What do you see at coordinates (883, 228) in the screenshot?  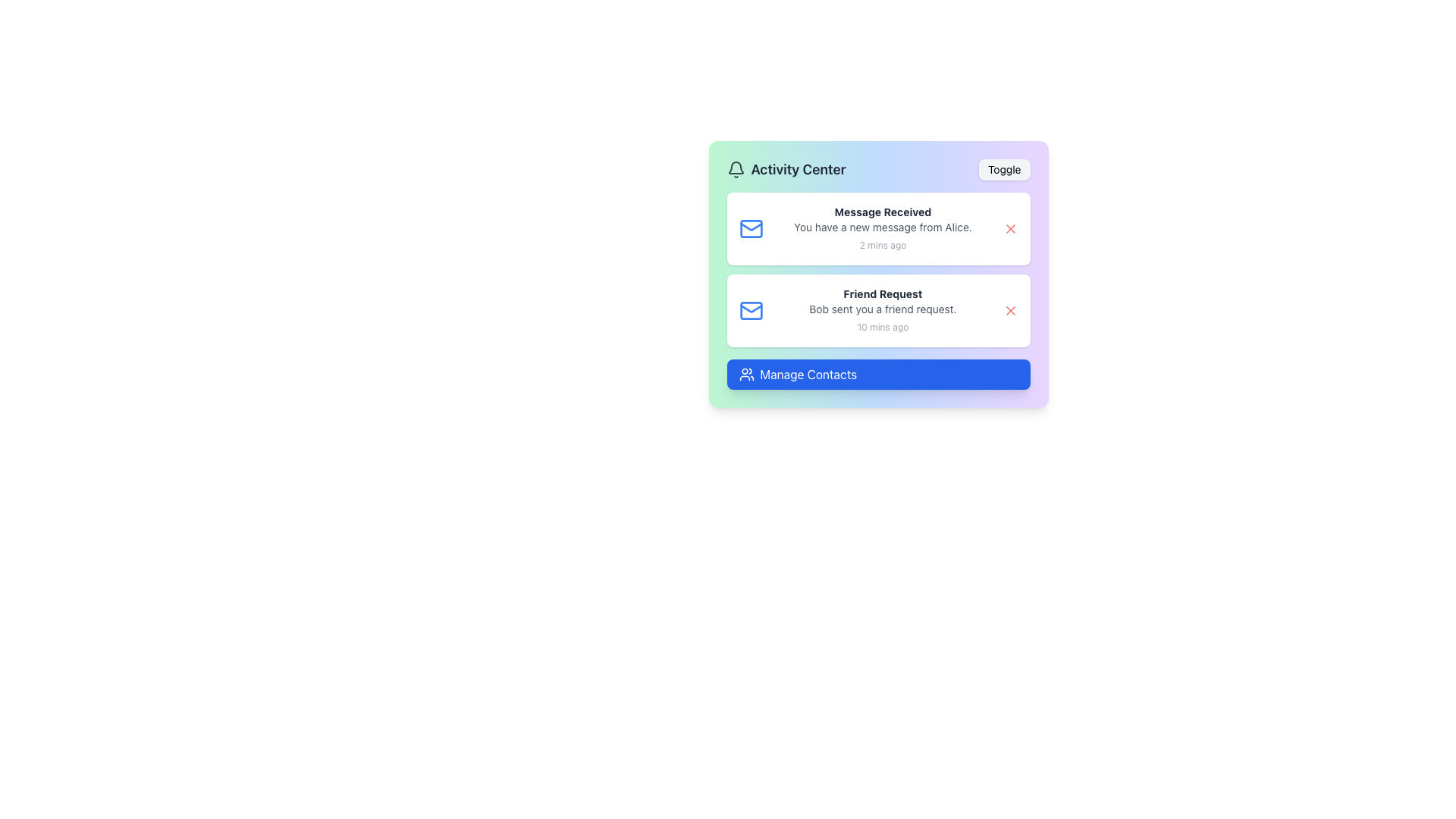 I see `the Notification Text Block that informs the user of a new message from Alice, which is located in the activity panel above the 'Friend Request' notification card` at bounding box center [883, 228].